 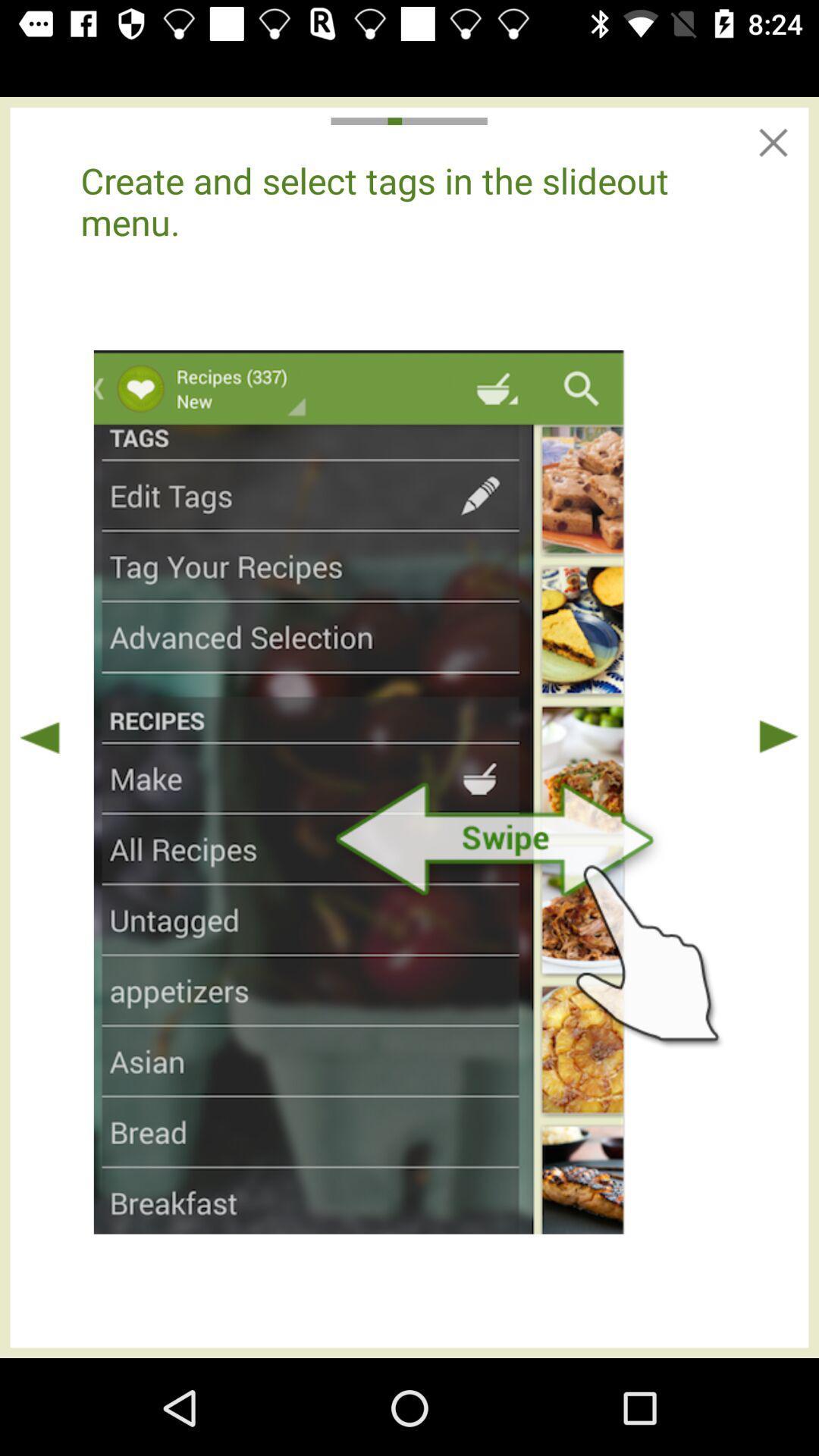 I want to click on go back, so click(x=39, y=736).